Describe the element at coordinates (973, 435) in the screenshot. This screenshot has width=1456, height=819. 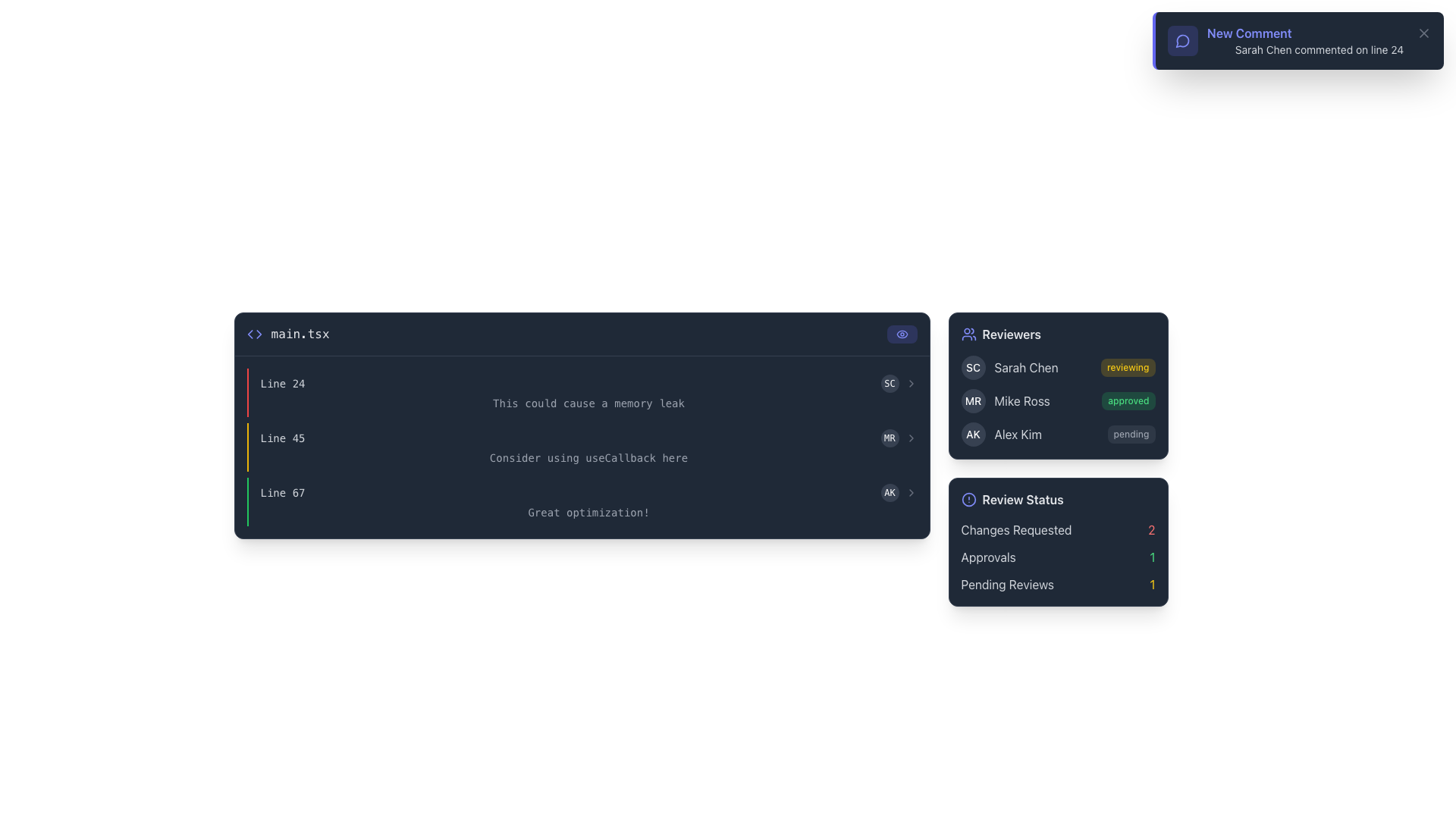
I see `the circular badge with a dark gray background and white text 'AK'` at that location.